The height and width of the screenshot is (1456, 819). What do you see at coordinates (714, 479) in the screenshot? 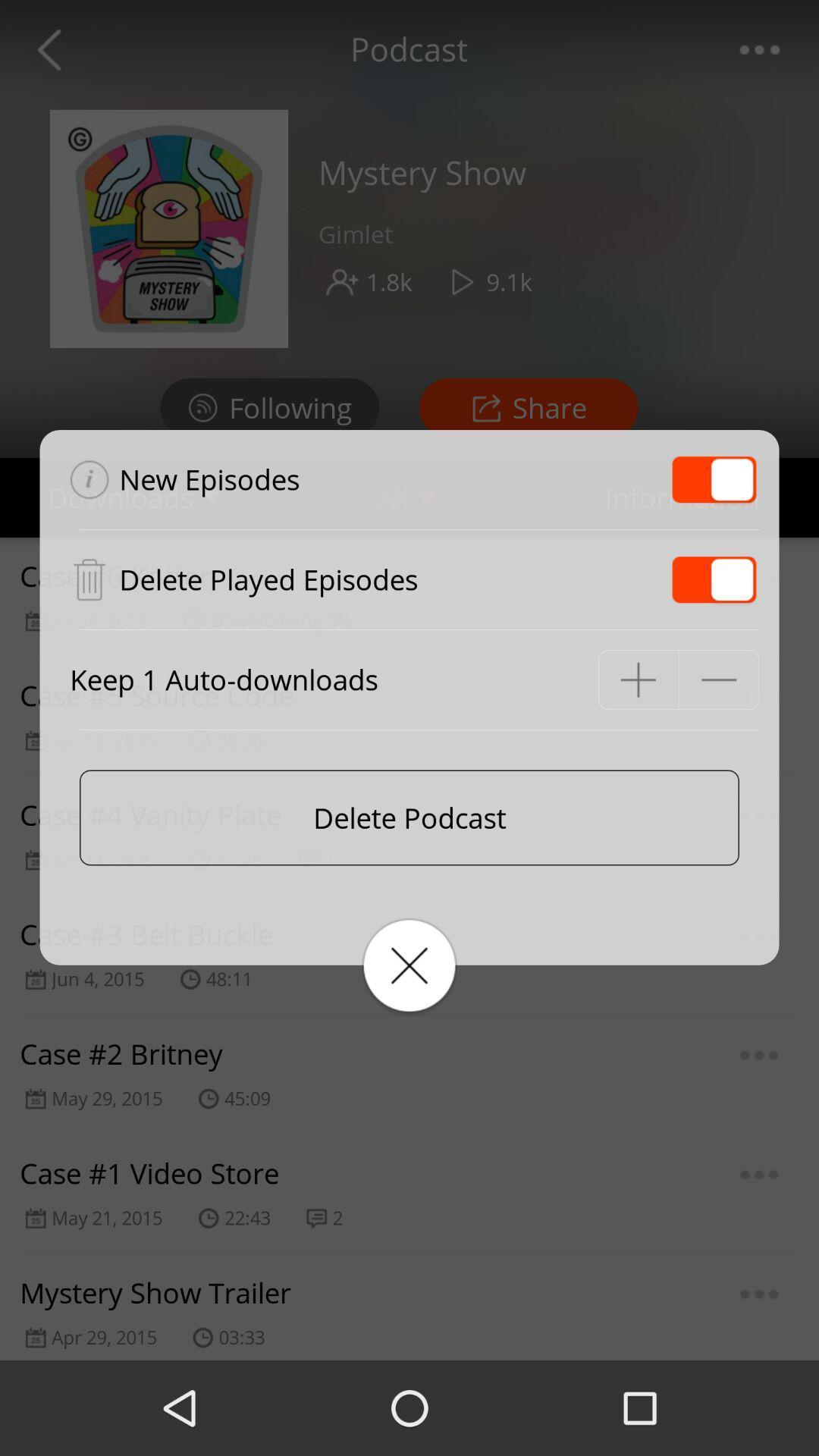
I see `item next to the new episodes` at bounding box center [714, 479].